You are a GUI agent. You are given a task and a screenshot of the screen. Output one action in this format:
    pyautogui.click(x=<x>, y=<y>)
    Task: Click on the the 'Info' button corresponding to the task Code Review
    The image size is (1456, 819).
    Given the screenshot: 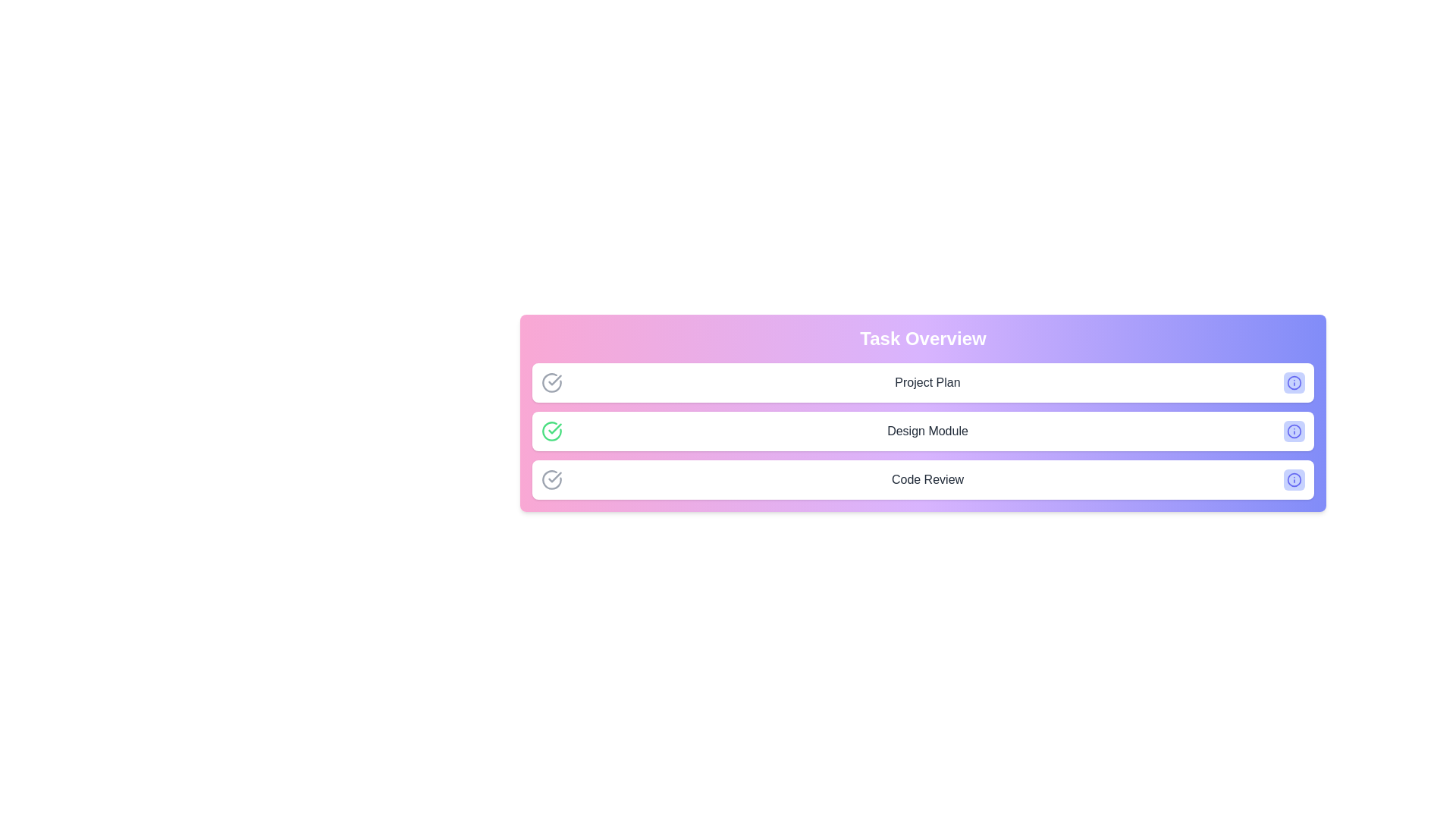 What is the action you would take?
    pyautogui.click(x=1294, y=479)
    